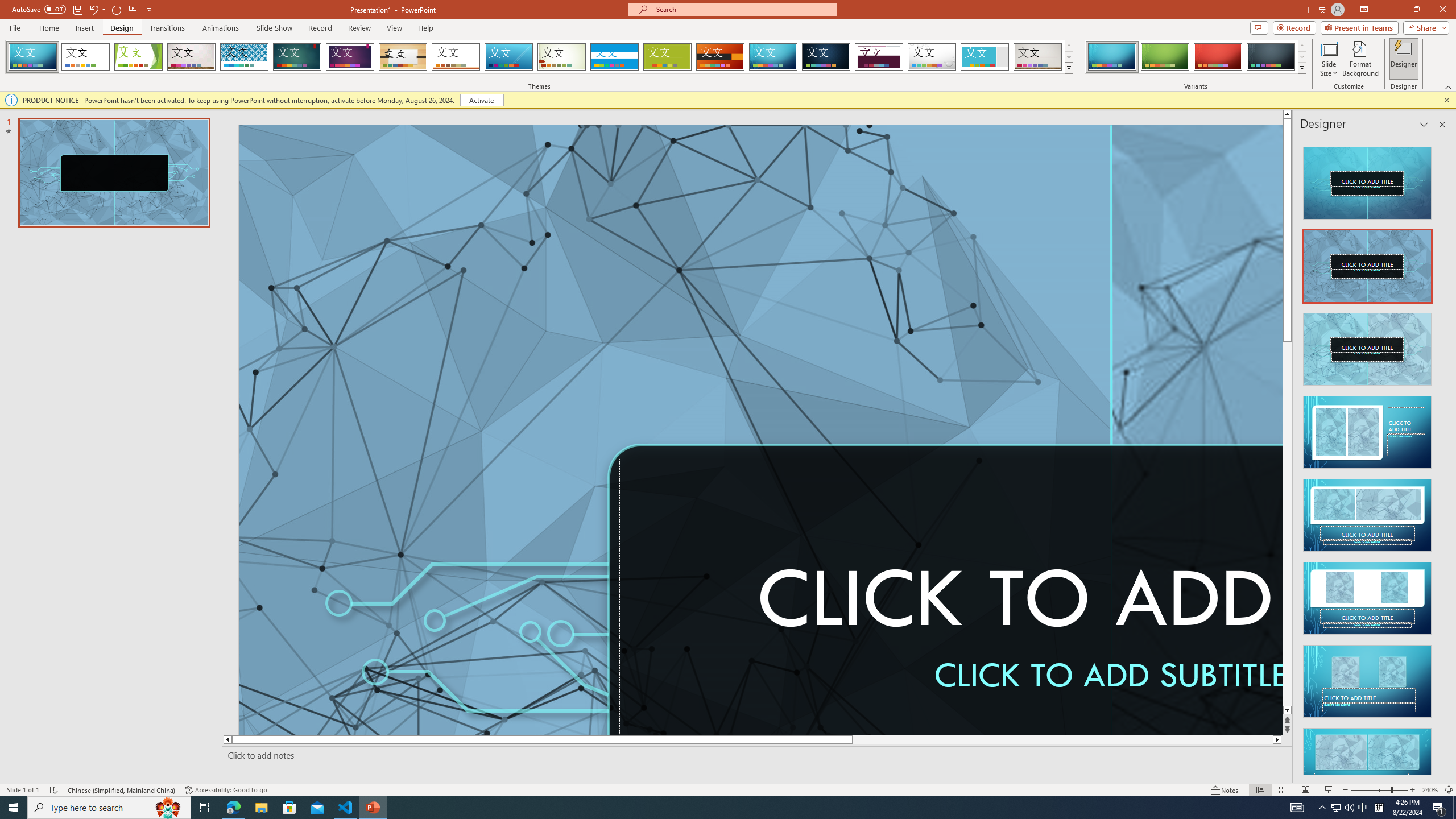  What do you see at coordinates (1111, 56) in the screenshot?
I see `'Circuit Variant 1'` at bounding box center [1111, 56].